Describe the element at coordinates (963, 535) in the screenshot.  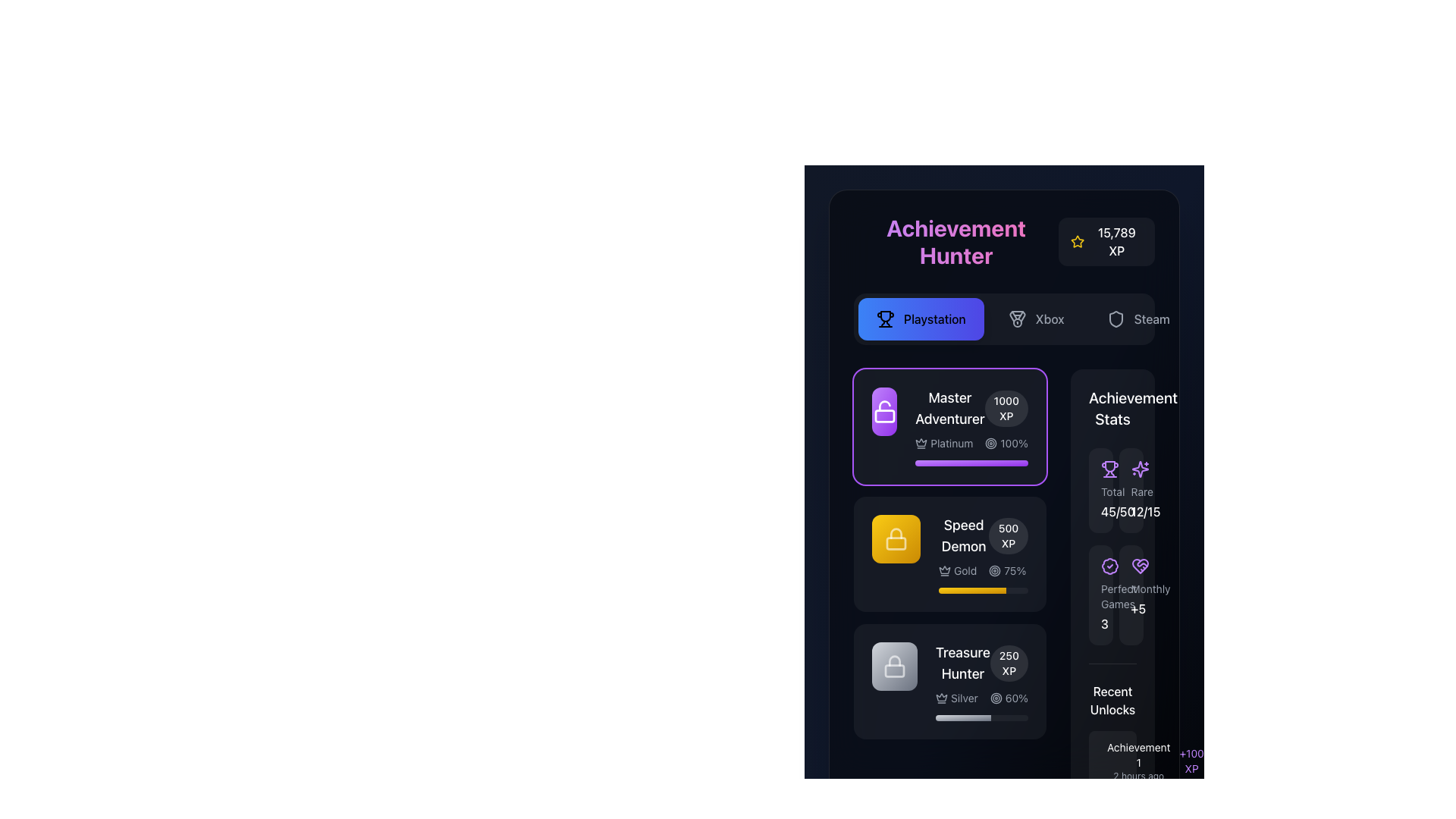
I see `the text label displaying 'Speed Demon' in white, medium-weight font, which is centered above another label showing '500 XP'` at that location.